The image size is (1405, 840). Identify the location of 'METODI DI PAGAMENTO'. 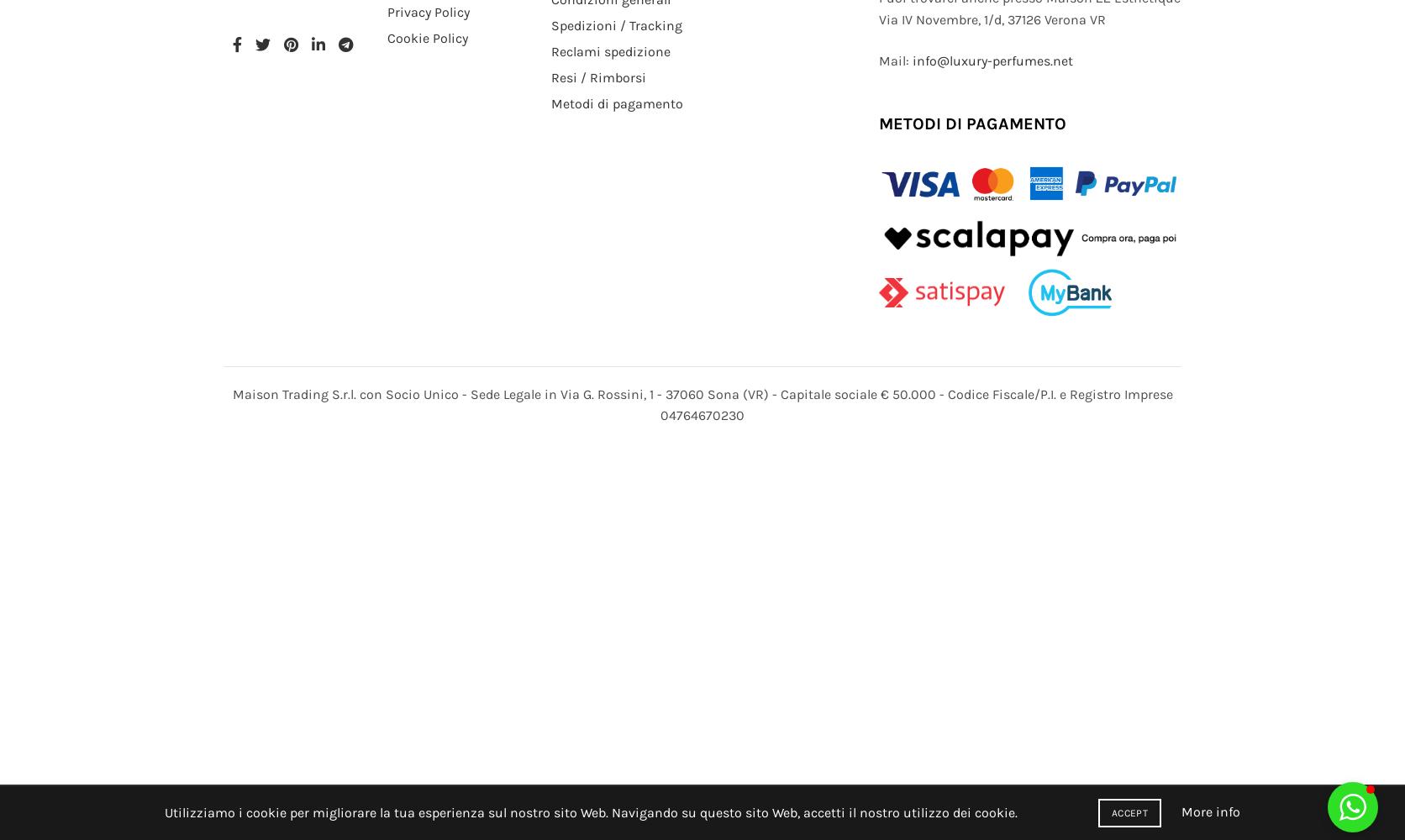
(971, 123).